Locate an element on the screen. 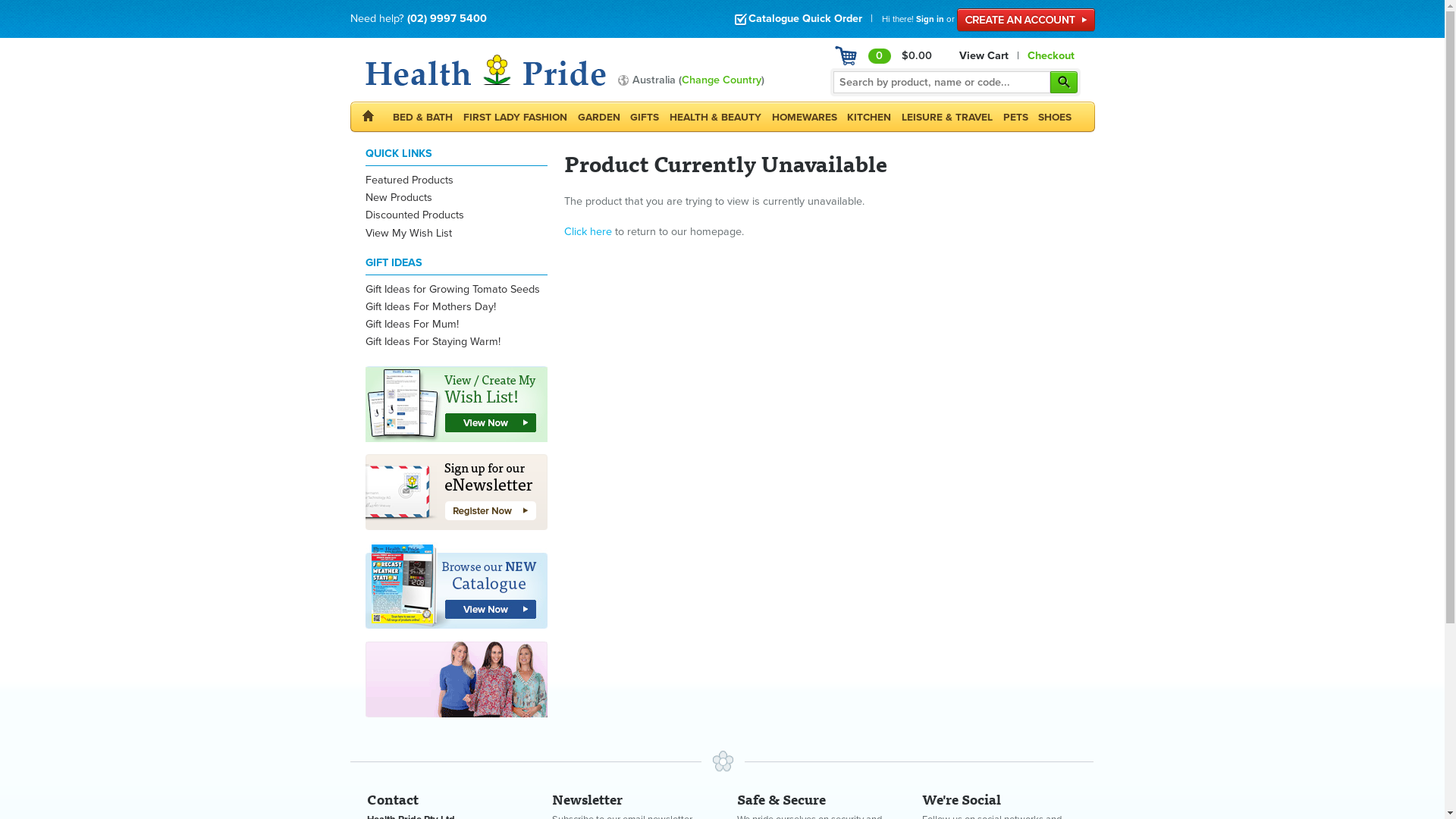 This screenshot has height=819, width=1456. 'Gift Ideas For Mothers Day!' is located at coordinates (429, 306).